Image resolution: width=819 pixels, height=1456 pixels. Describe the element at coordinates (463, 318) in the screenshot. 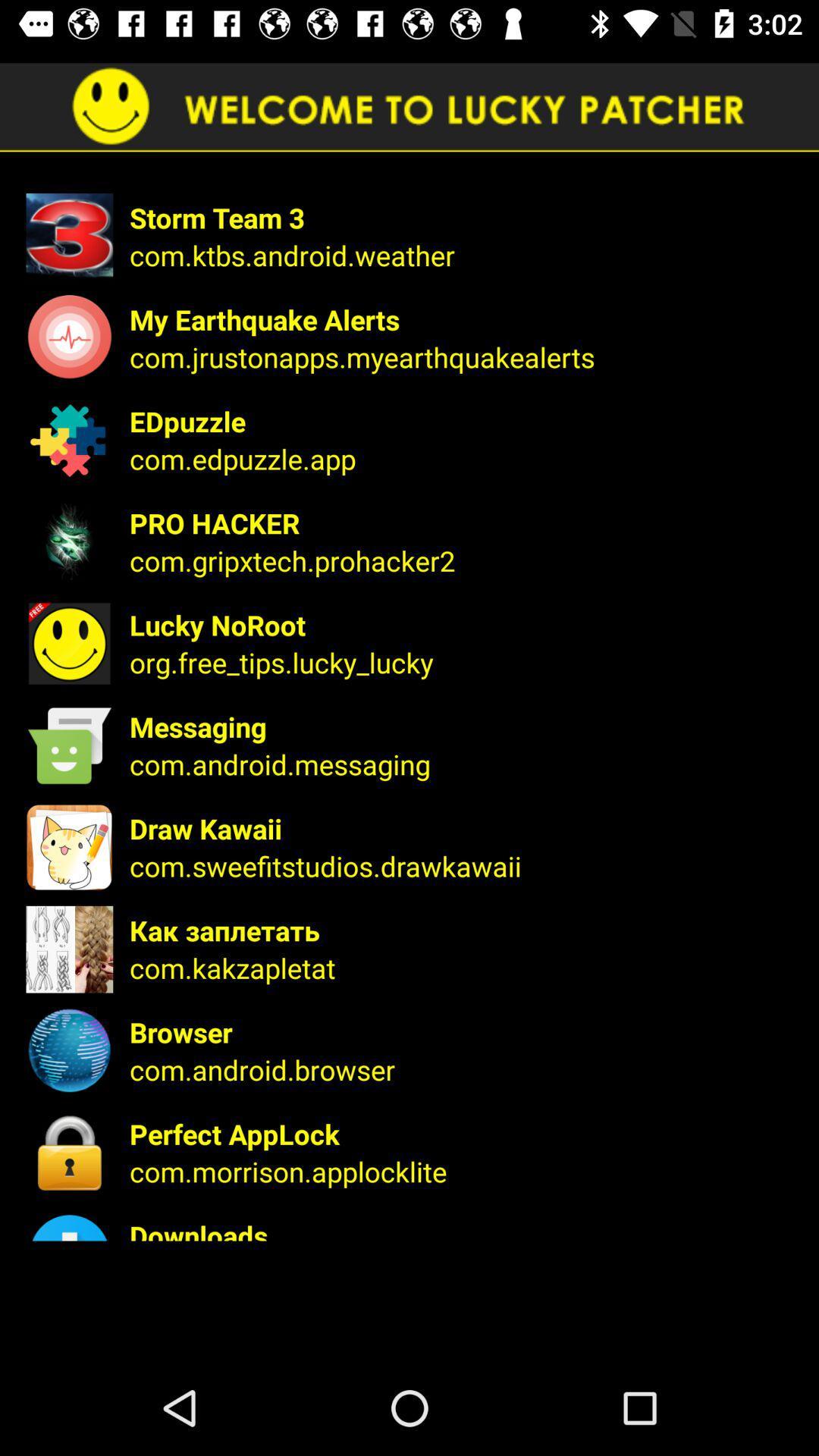

I see `my earthquake alerts icon` at that location.